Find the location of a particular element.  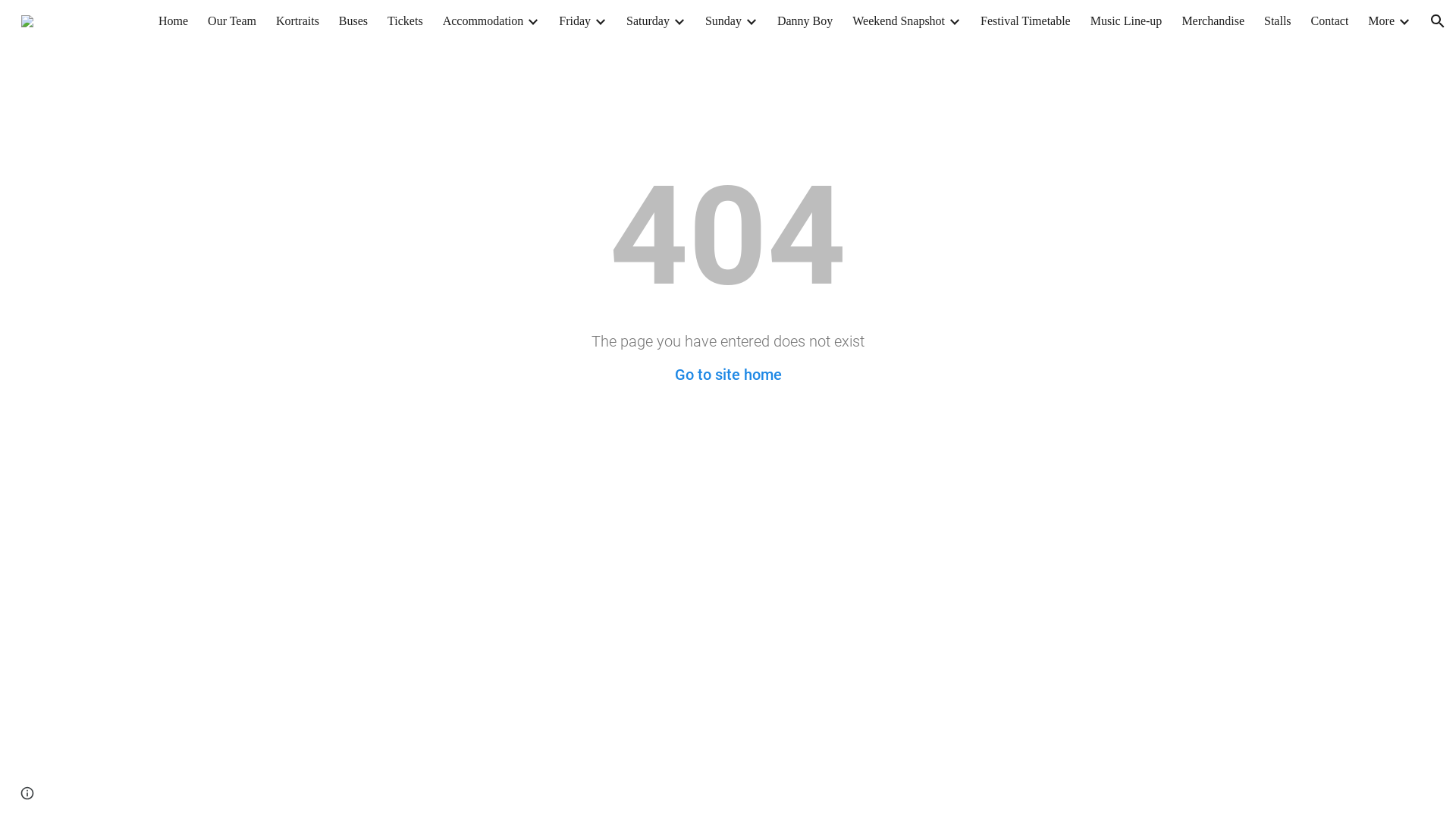

'Expand/Collapse' is located at coordinates (750, 20).